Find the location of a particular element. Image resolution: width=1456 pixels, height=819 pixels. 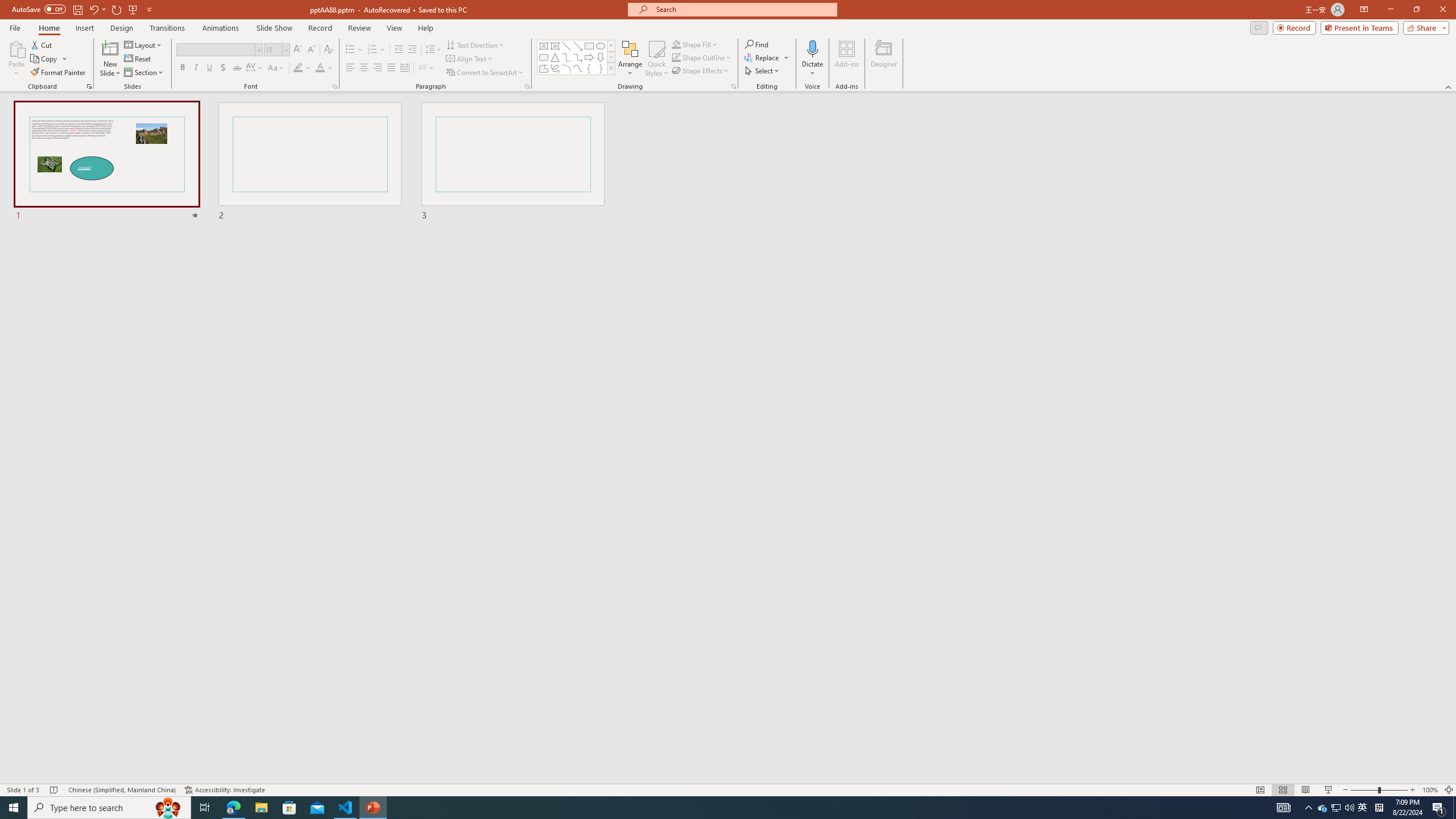

'Change Case' is located at coordinates (276, 67).